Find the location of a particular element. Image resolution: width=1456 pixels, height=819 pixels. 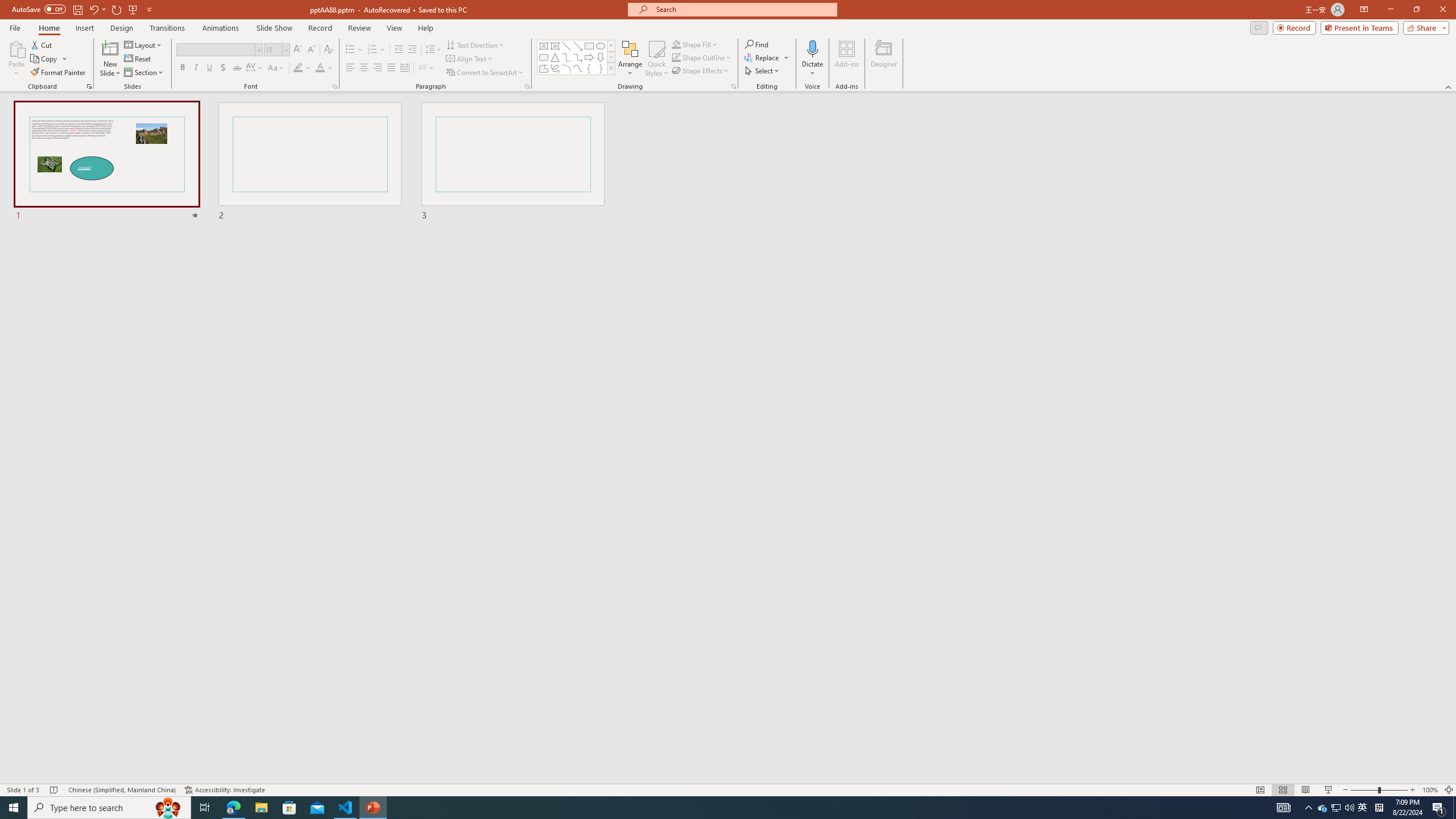

'Change Case' is located at coordinates (276, 67).